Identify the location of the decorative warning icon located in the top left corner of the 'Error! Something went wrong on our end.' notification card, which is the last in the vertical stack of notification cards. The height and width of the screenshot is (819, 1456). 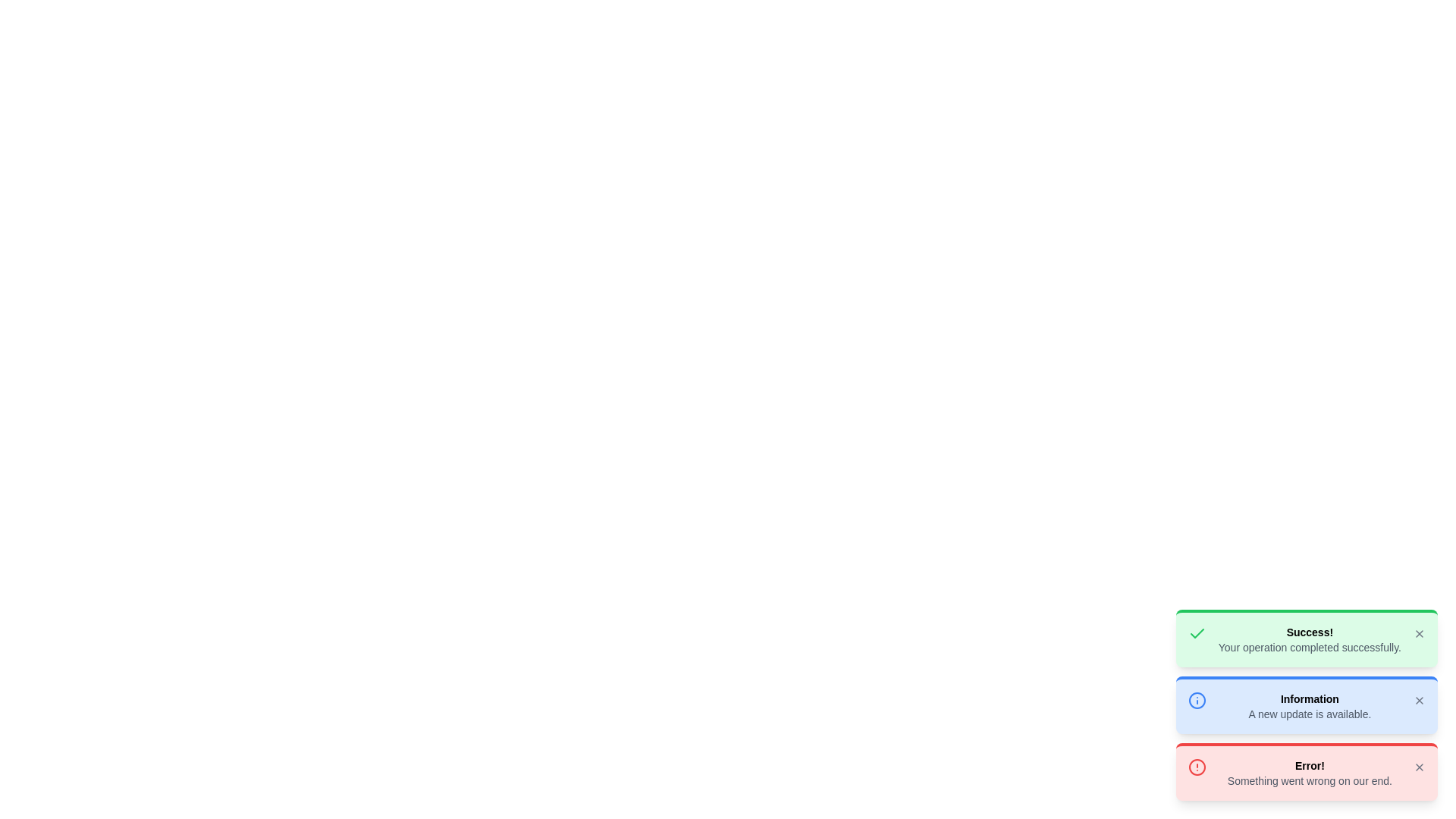
(1196, 767).